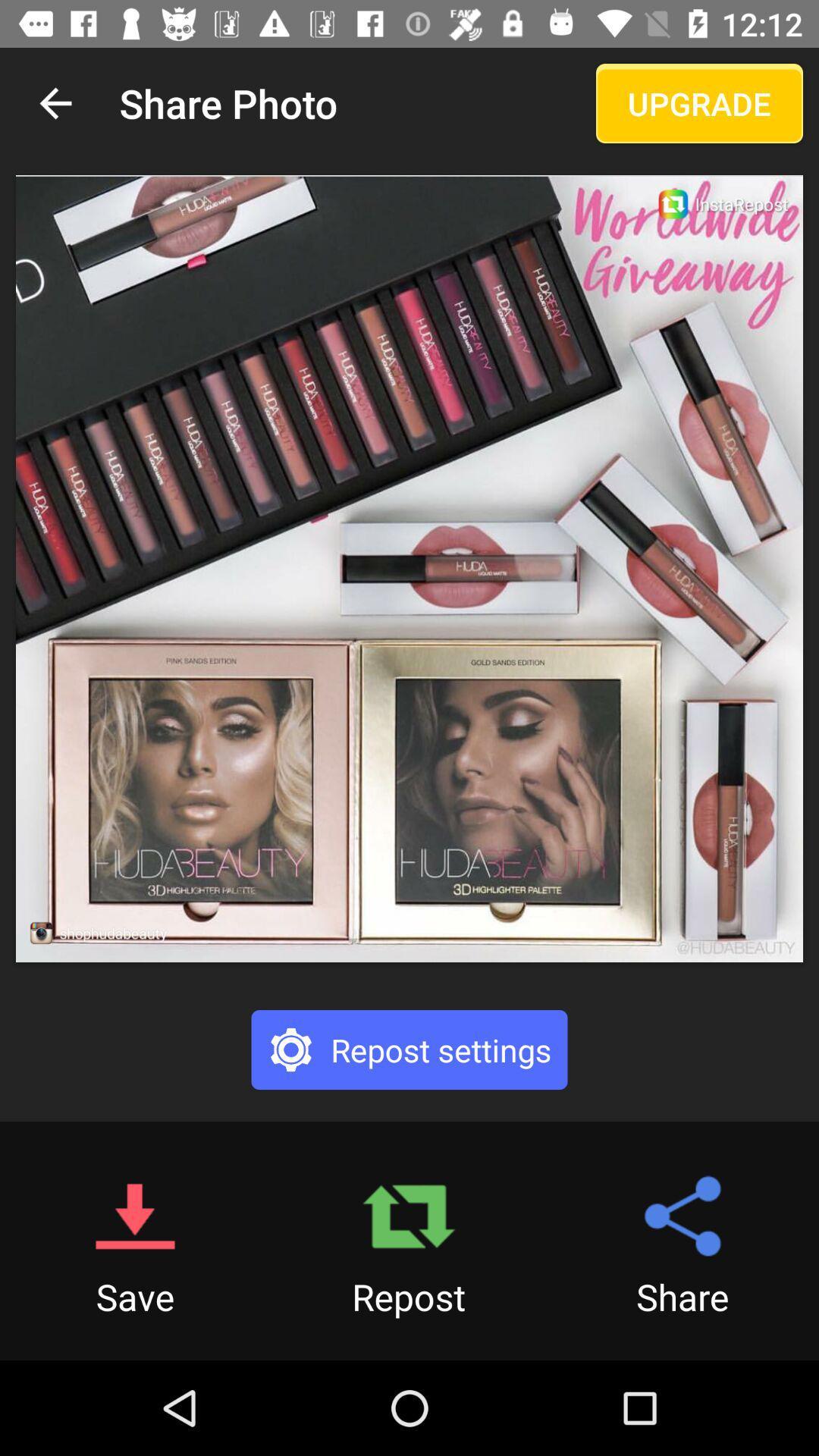  I want to click on upgrade, so click(699, 102).